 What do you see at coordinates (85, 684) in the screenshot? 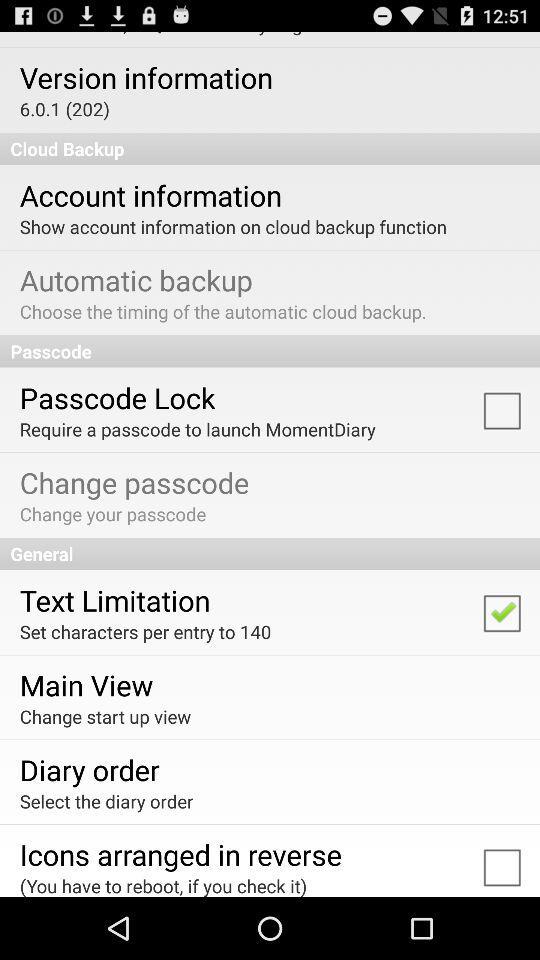
I see `main view app` at bounding box center [85, 684].